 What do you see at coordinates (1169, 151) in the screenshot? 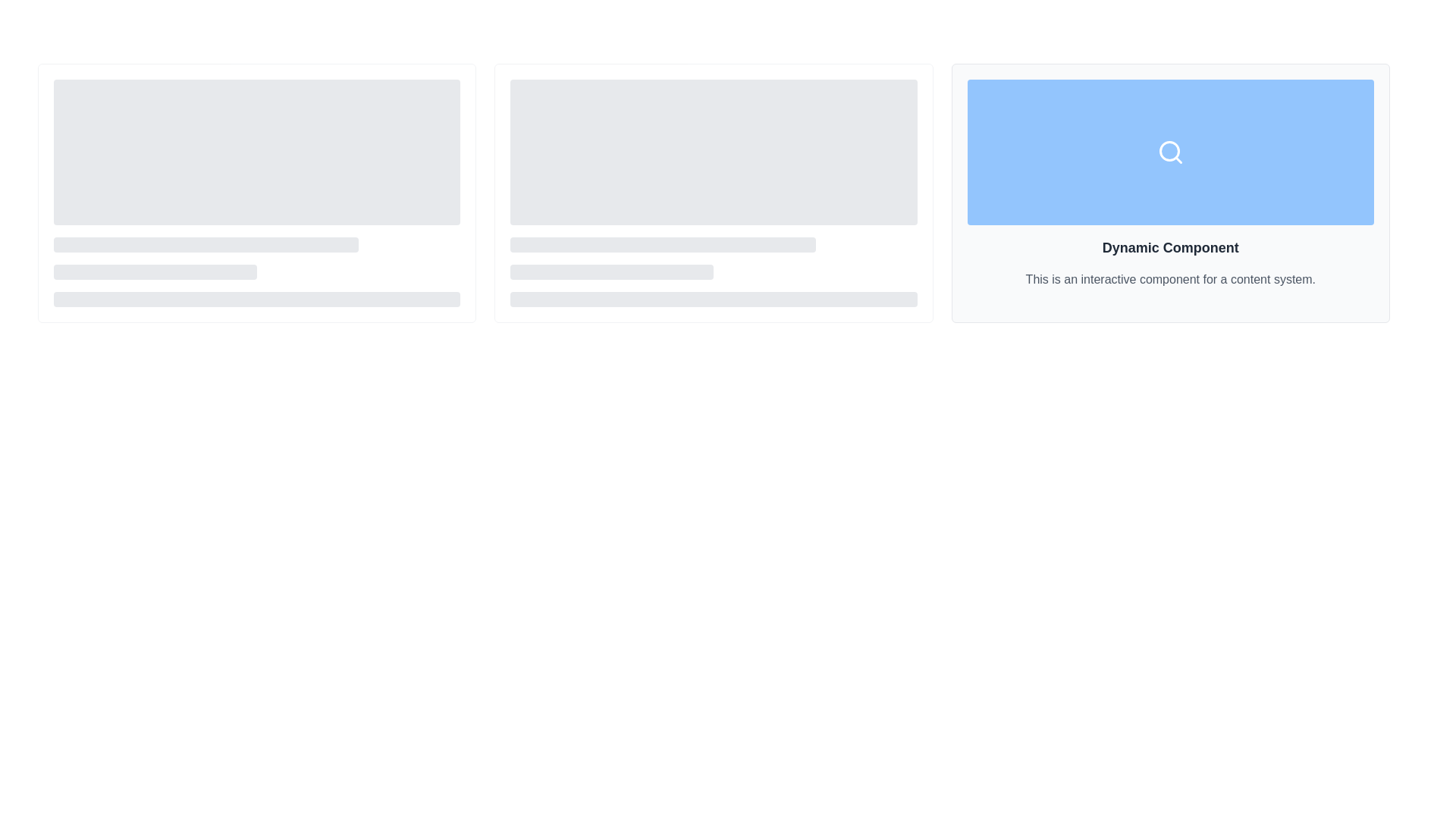
I see `the circular lens of the magnifying glass icon, which indicates a search function in the UI` at bounding box center [1169, 151].